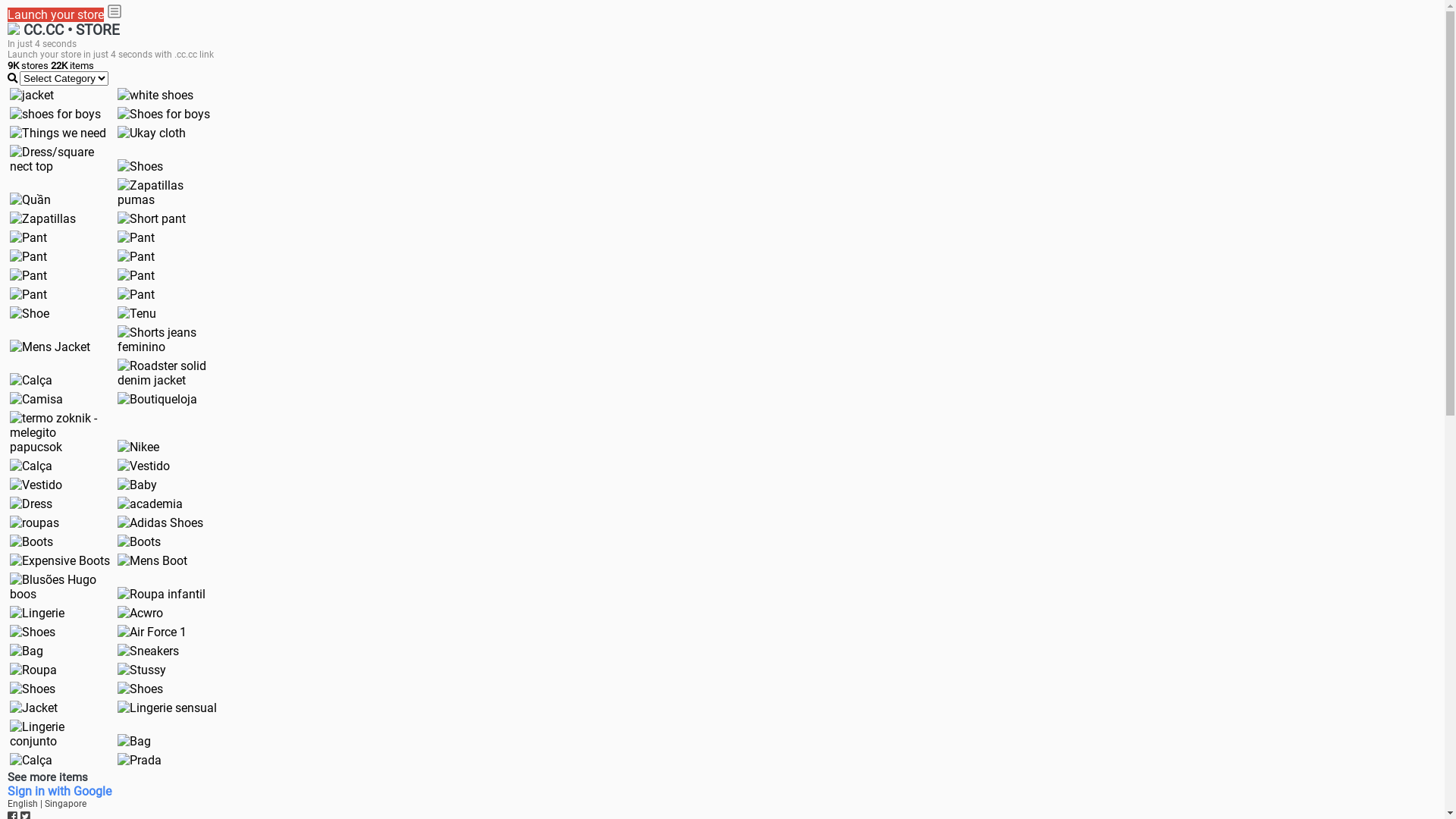 This screenshot has height=819, width=1456. What do you see at coordinates (33, 689) in the screenshot?
I see `'Shoes'` at bounding box center [33, 689].